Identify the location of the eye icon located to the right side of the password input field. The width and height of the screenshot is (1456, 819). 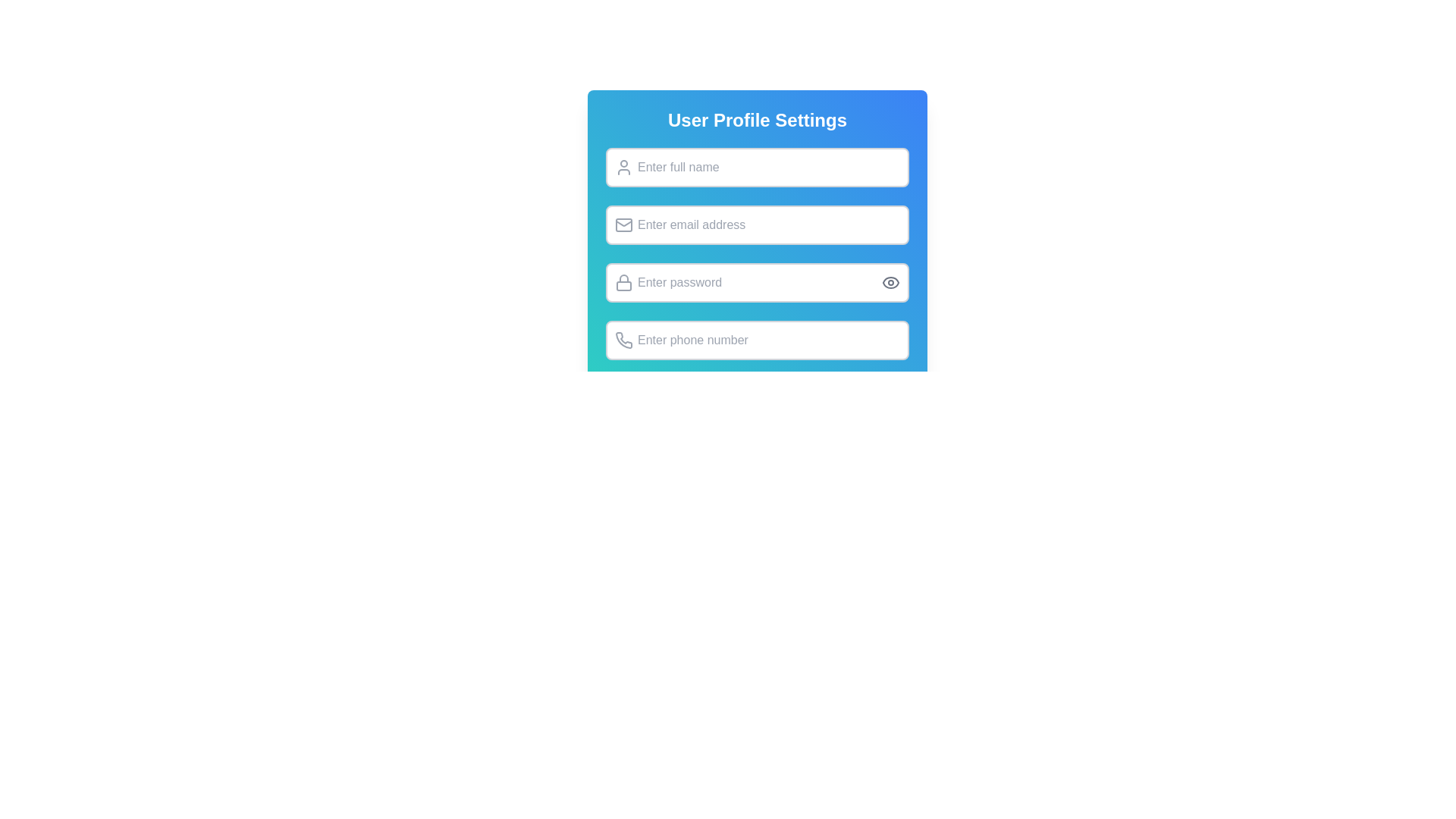
(891, 283).